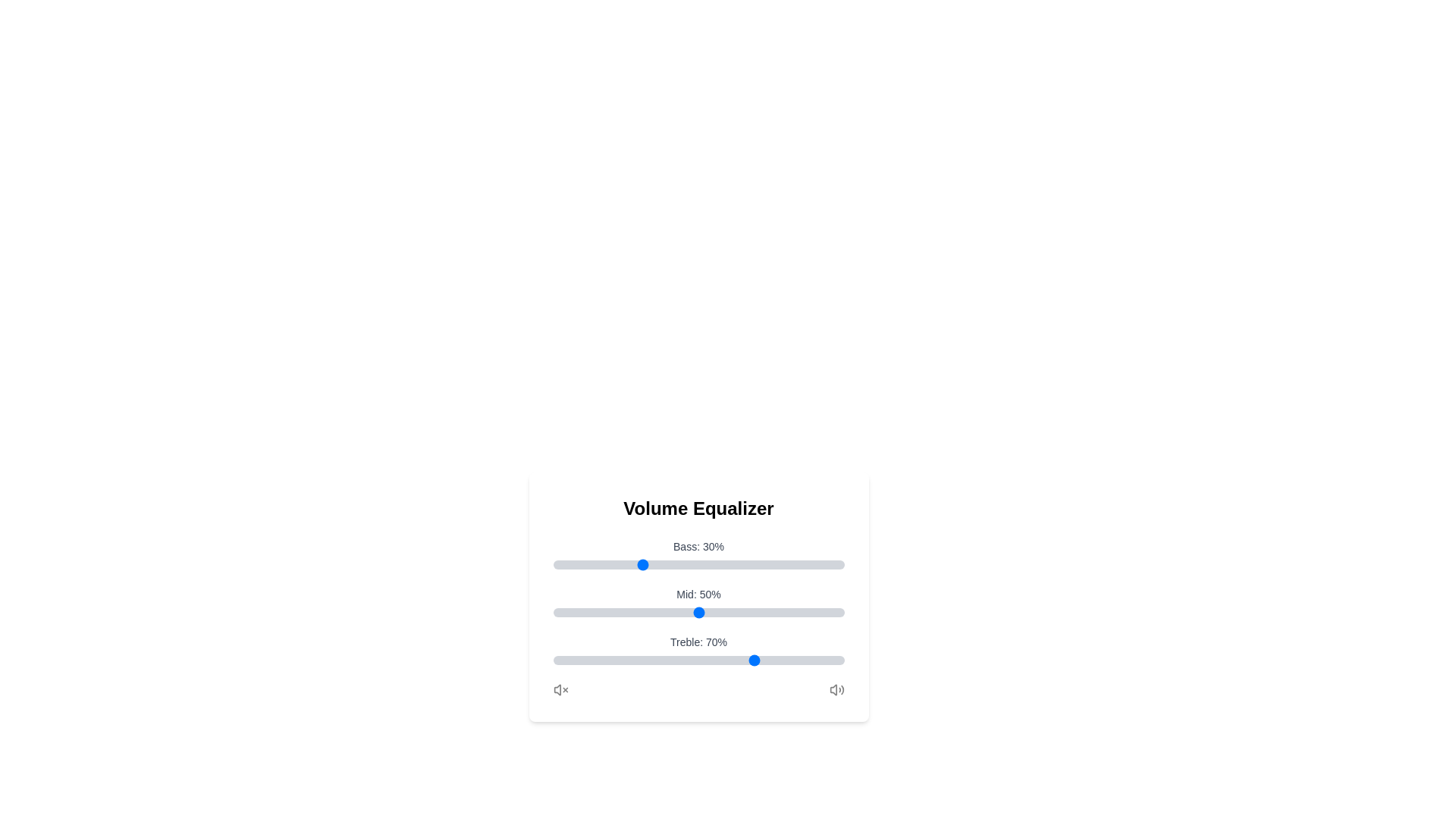 The width and height of the screenshot is (1456, 819). What do you see at coordinates (777, 564) in the screenshot?
I see `the Bass slider to set its value to 77` at bounding box center [777, 564].